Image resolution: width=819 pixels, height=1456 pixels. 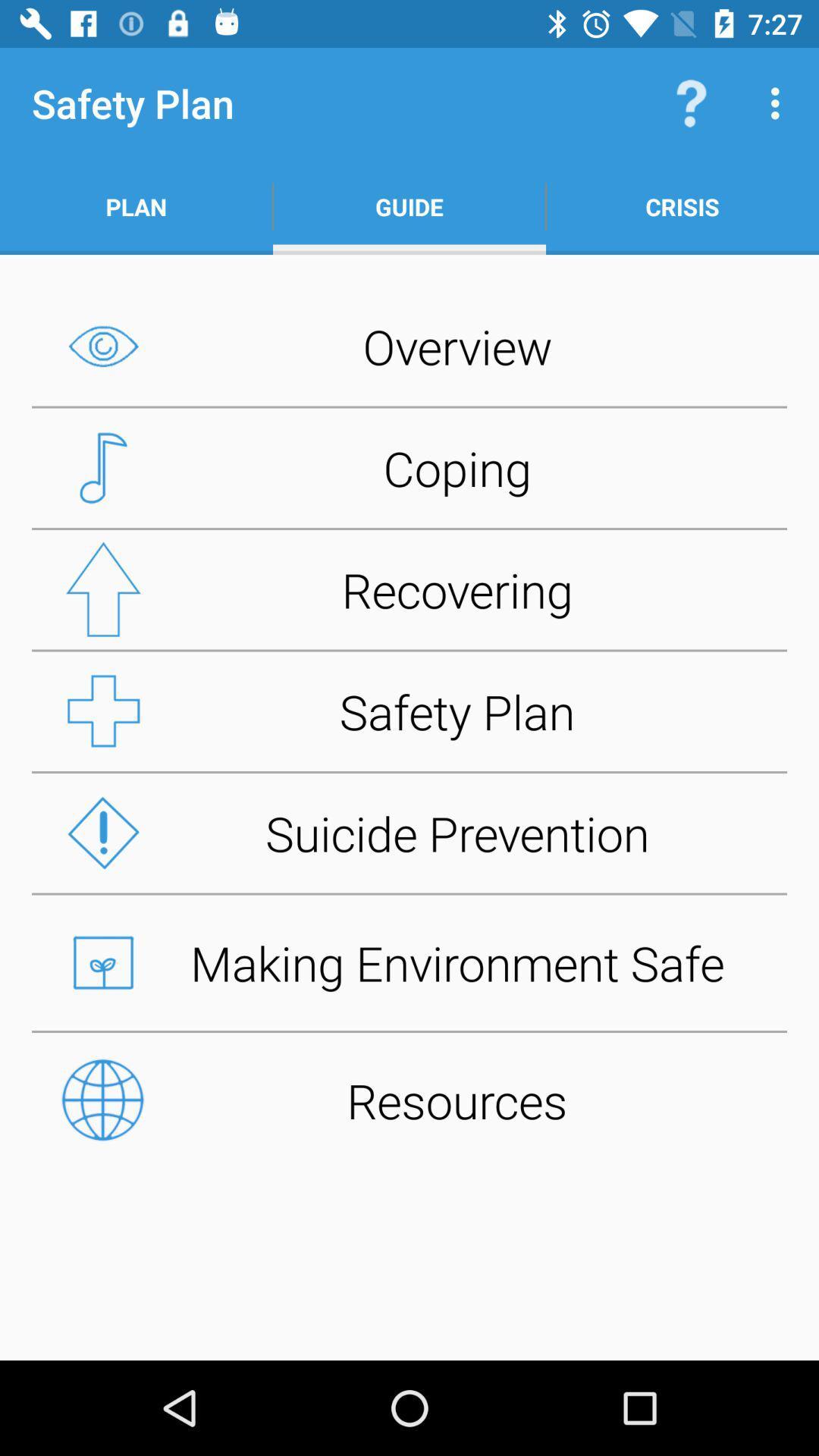 I want to click on making environment safe icon, so click(x=409, y=962).